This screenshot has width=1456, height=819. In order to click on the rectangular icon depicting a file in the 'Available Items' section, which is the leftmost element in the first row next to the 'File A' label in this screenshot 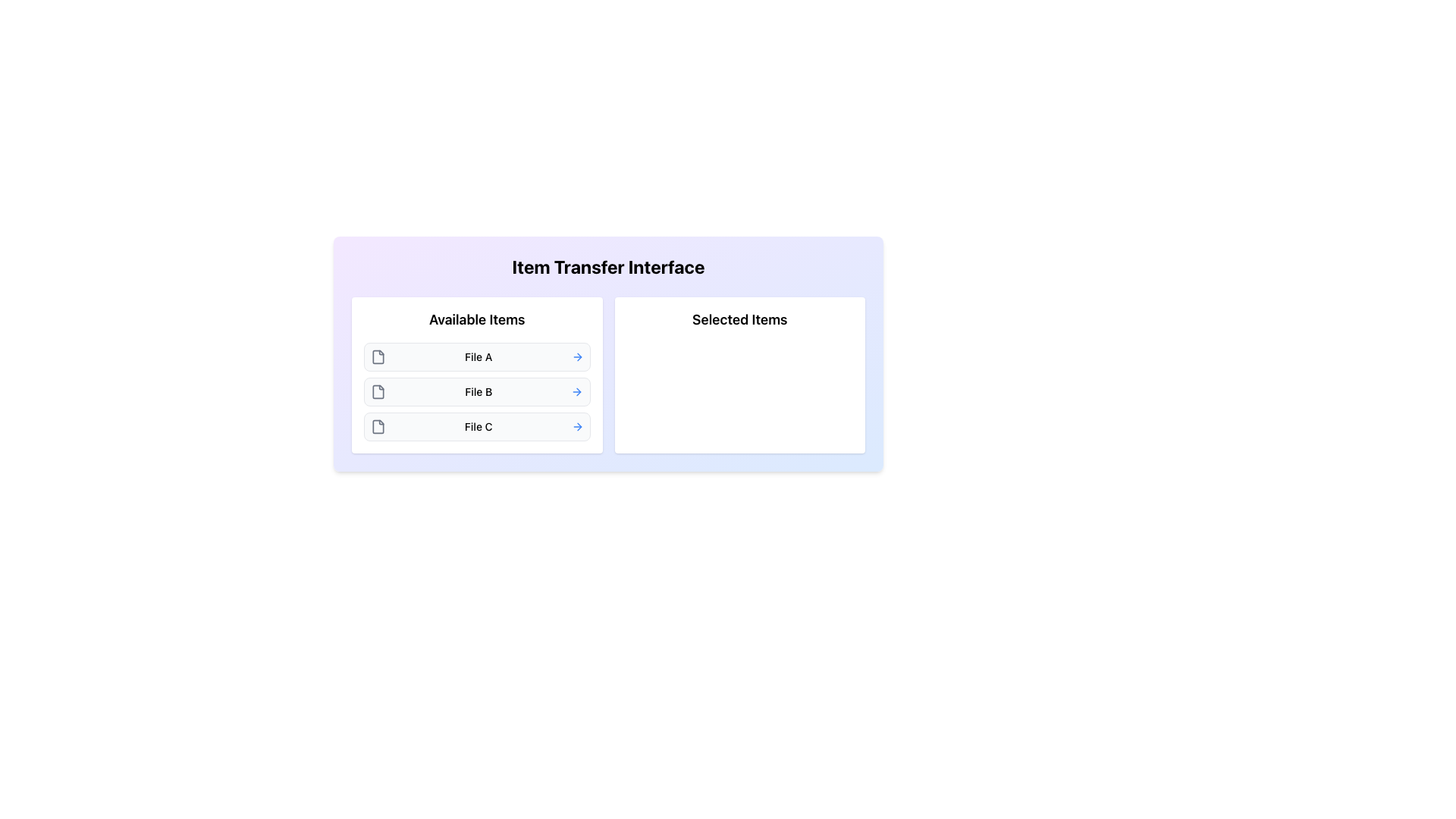, I will do `click(378, 356)`.